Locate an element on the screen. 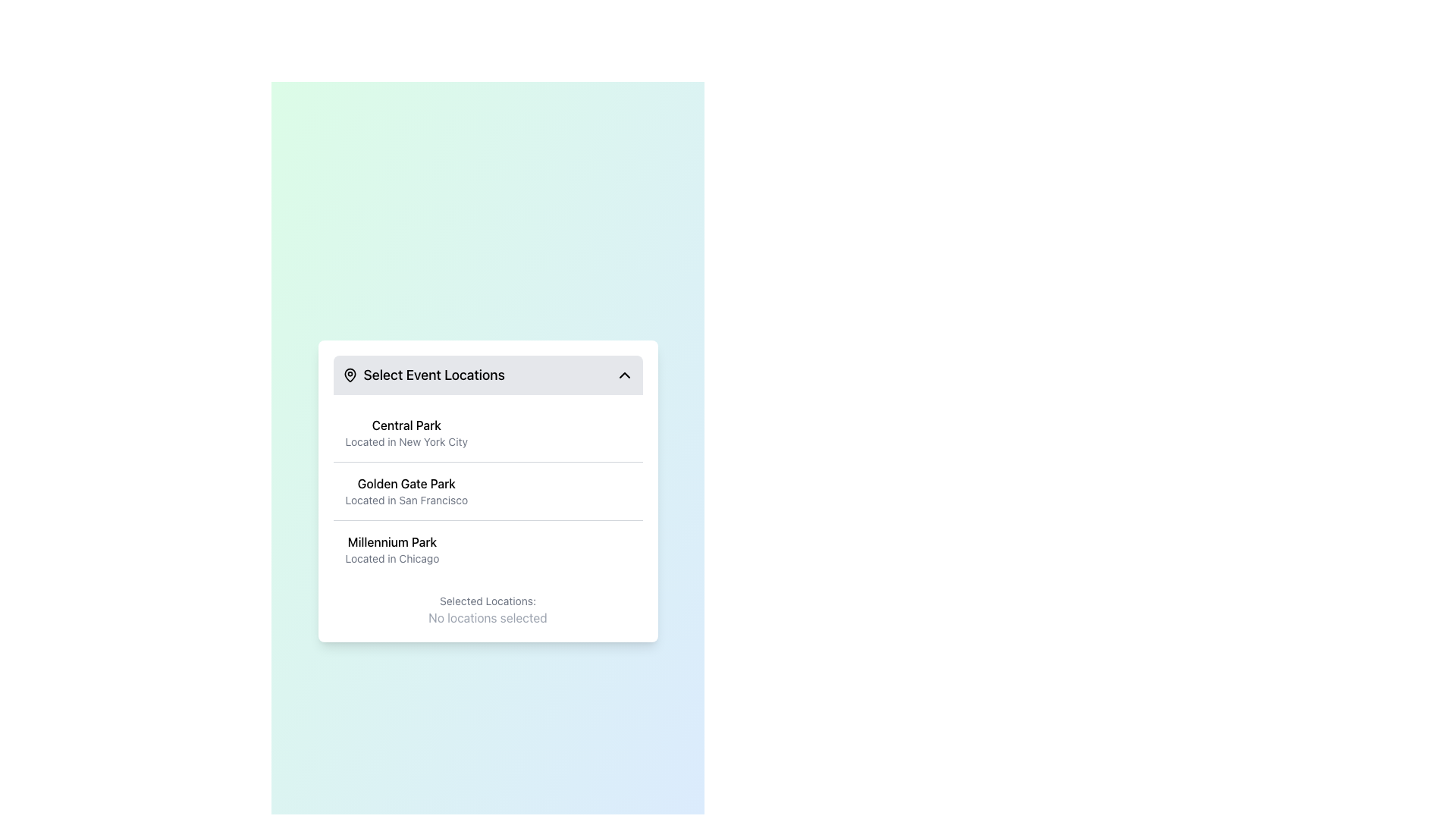 The height and width of the screenshot is (819, 1456). the outer portion of the map pin icon located at the top left corner of the 'Select Event Locations' dialog box is located at coordinates (349, 375).